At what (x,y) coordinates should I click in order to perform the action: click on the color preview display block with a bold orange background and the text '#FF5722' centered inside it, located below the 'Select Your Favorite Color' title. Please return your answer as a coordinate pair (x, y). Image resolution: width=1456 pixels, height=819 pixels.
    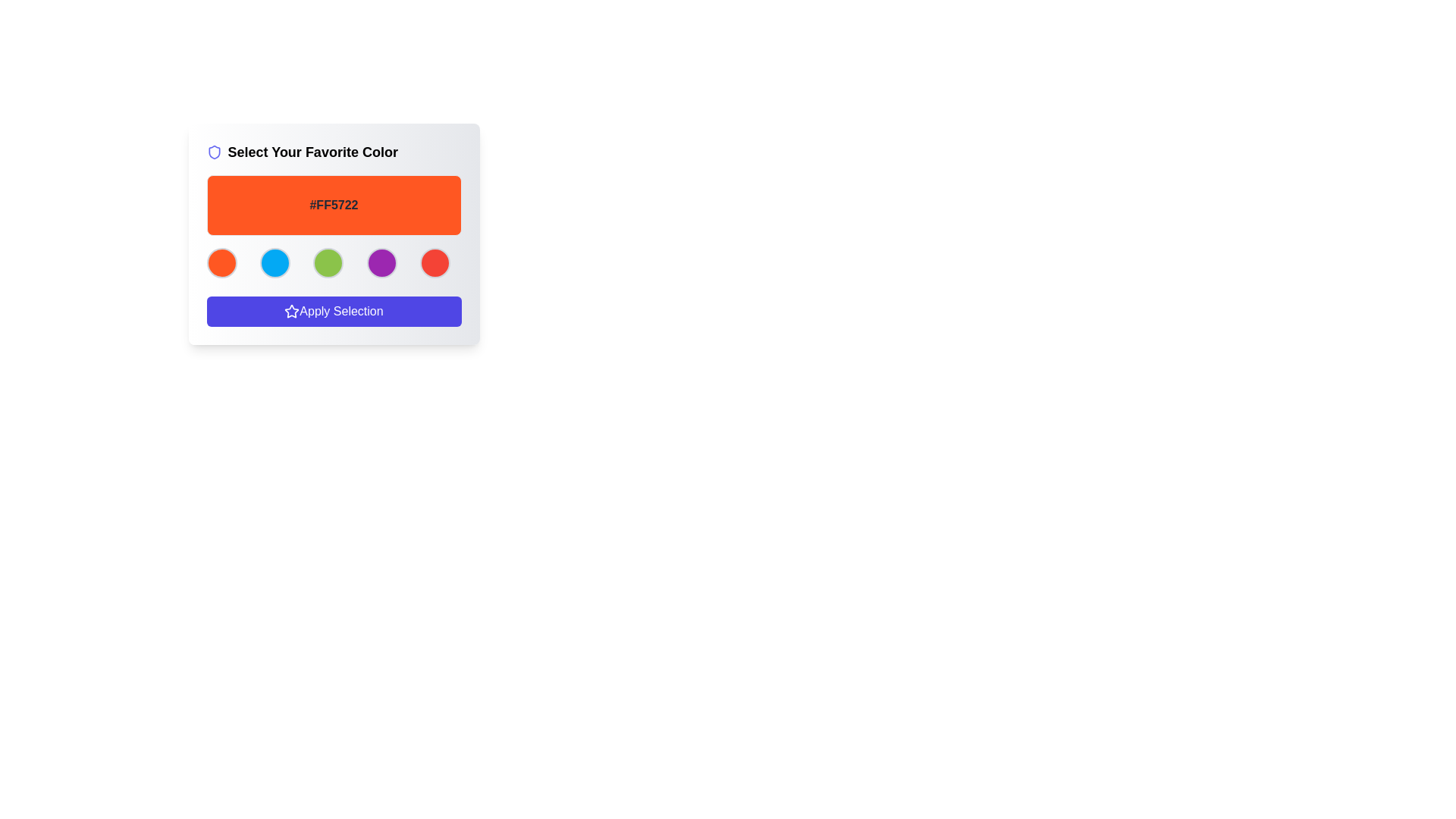
    Looking at the image, I should click on (333, 205).